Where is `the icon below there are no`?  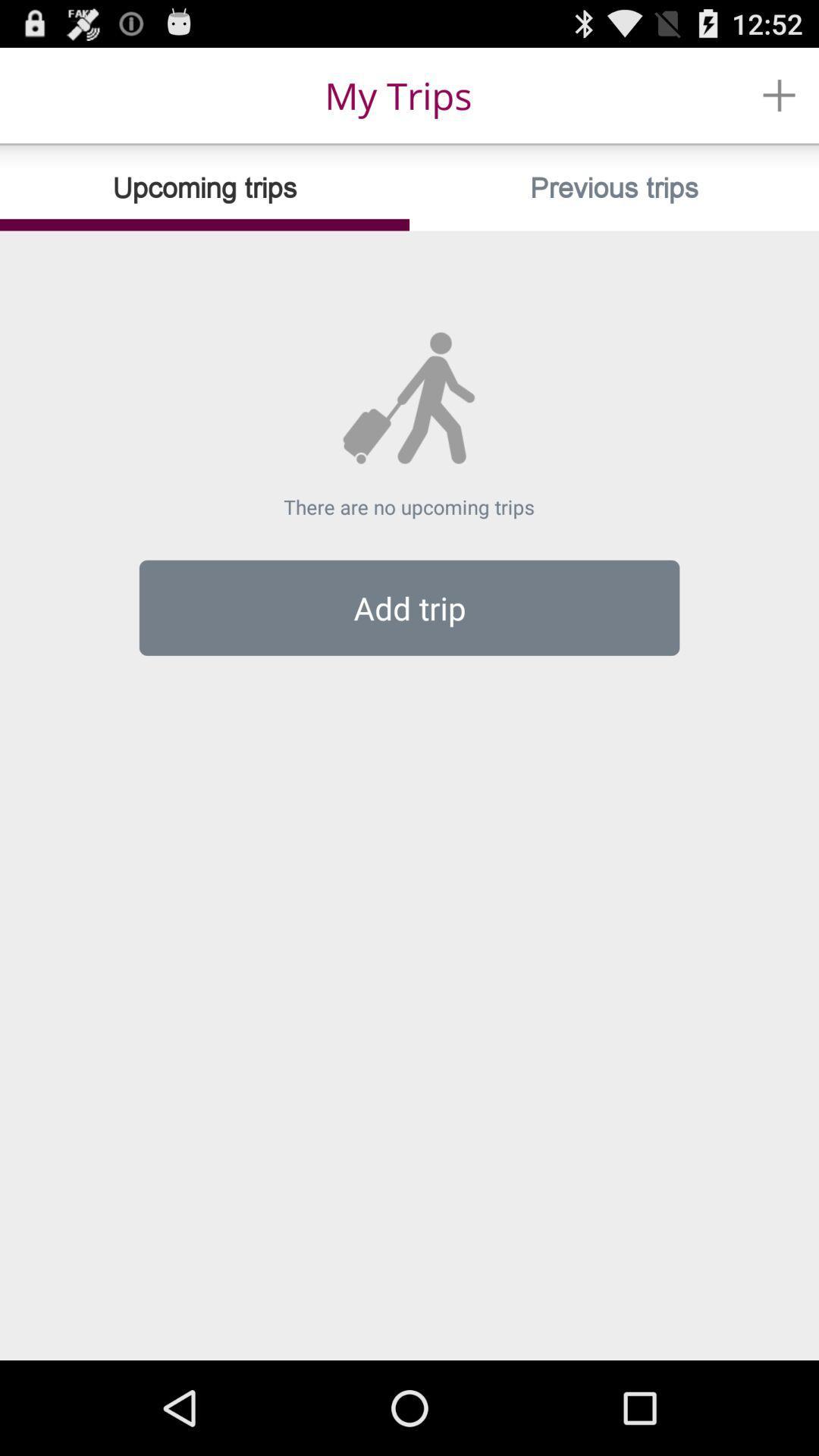 the icon below there are no is located at coordinates (409, 607).